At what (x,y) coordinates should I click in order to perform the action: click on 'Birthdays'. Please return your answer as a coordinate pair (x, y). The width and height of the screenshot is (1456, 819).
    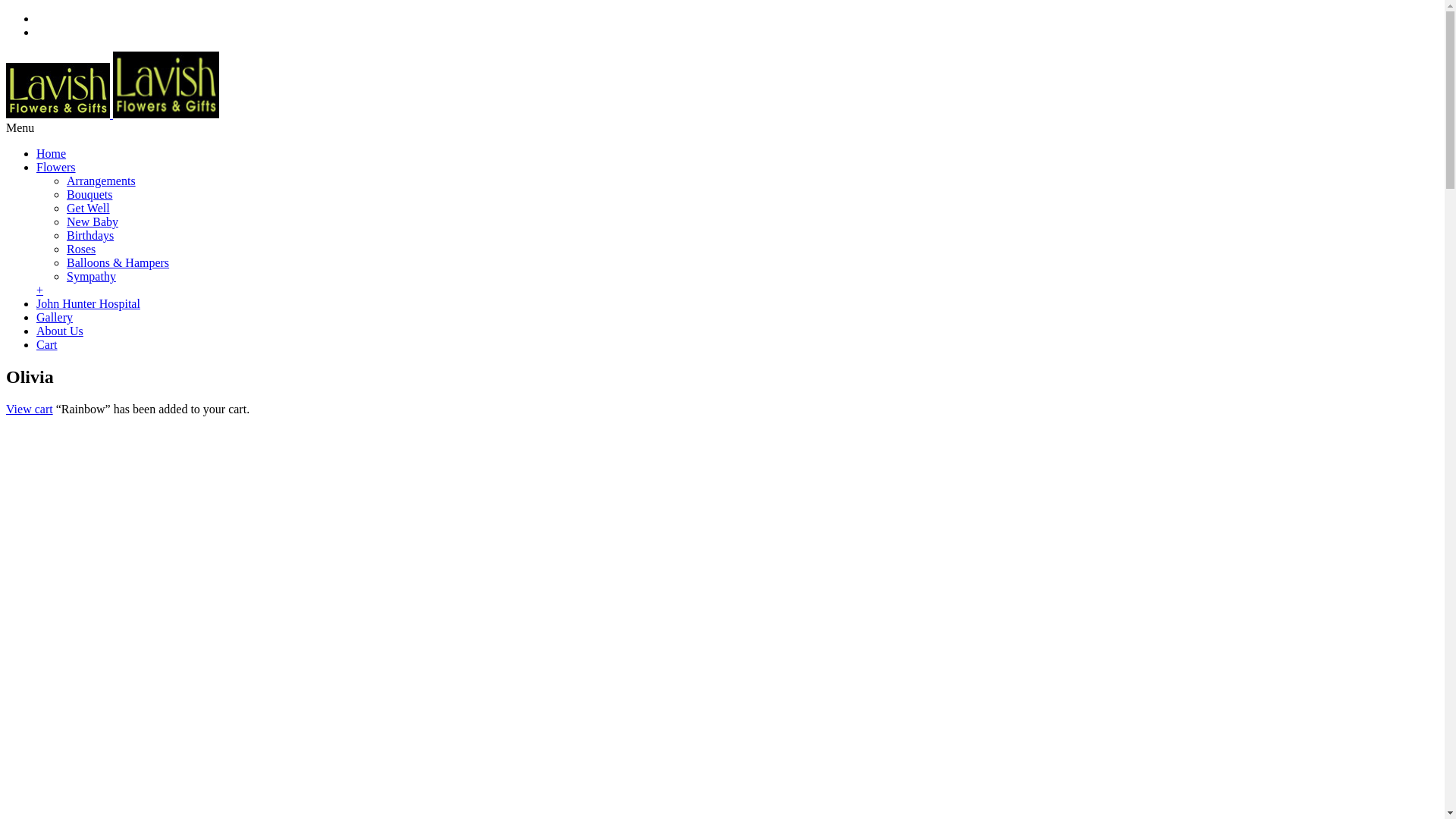
    Looking at the image, I should click on (89, 235).